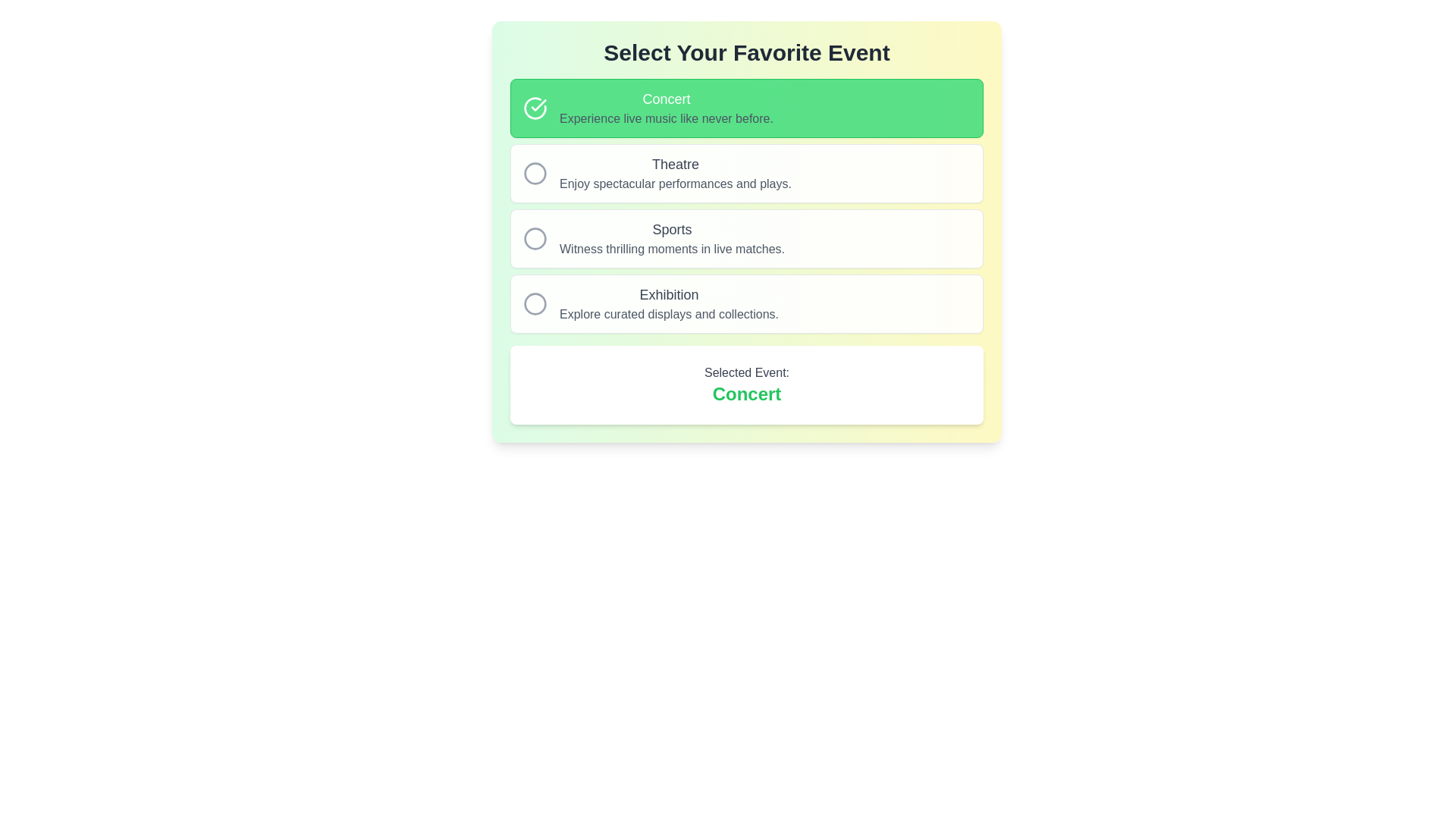 The width and height of the screenshot is (1456, 819). Describe the element at coordinates (746, 239) in the screenshot. I see `the 'Sports' radio button, which is the third option in a list of selectable items, by clicking on it` at that location.